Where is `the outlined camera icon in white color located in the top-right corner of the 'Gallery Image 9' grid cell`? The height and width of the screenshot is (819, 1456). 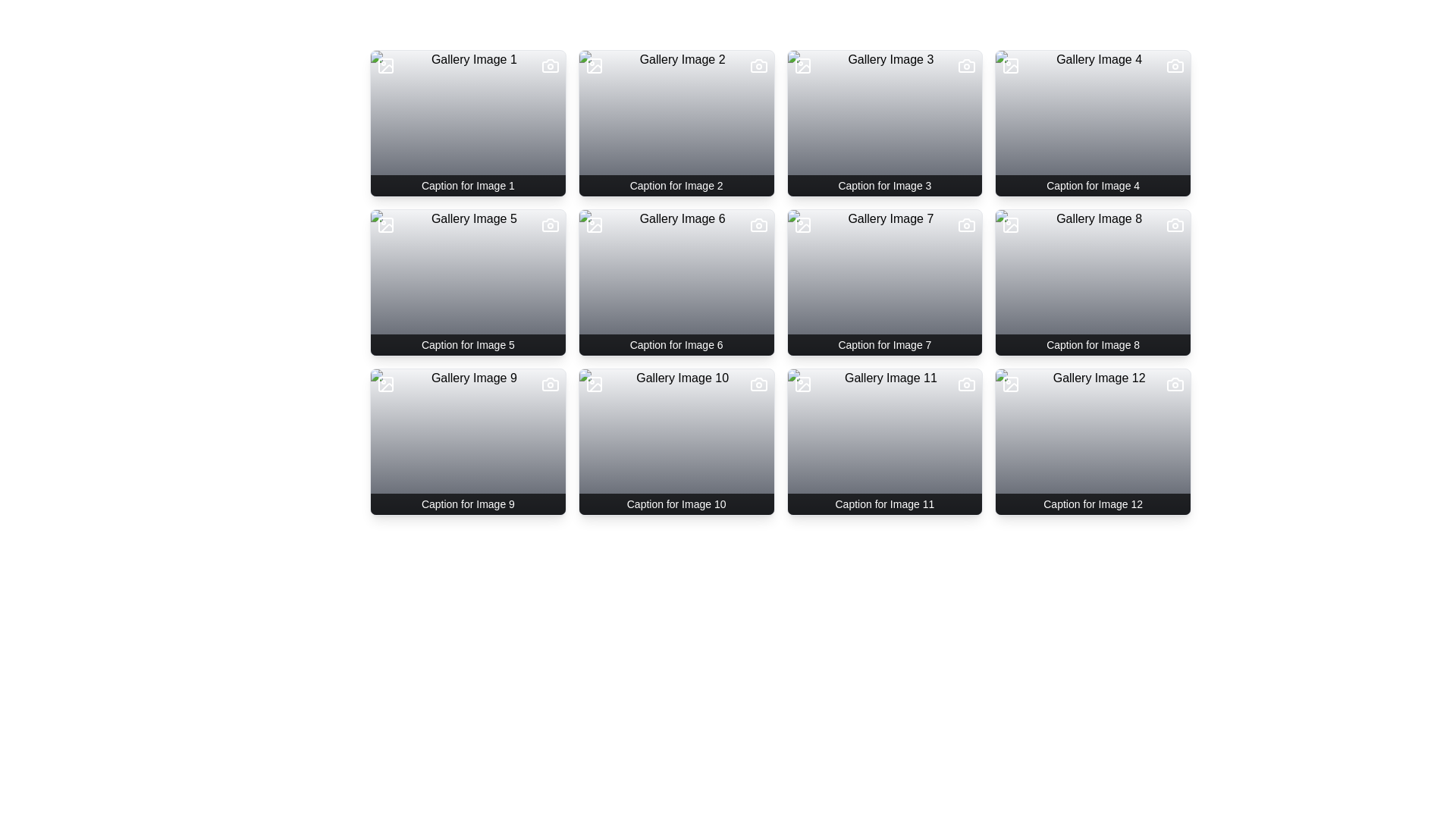
the outlined camera icon in white color located in the top-right corner of the 'Gallery Image 9' grid cell is located at coordinates (549, 383).